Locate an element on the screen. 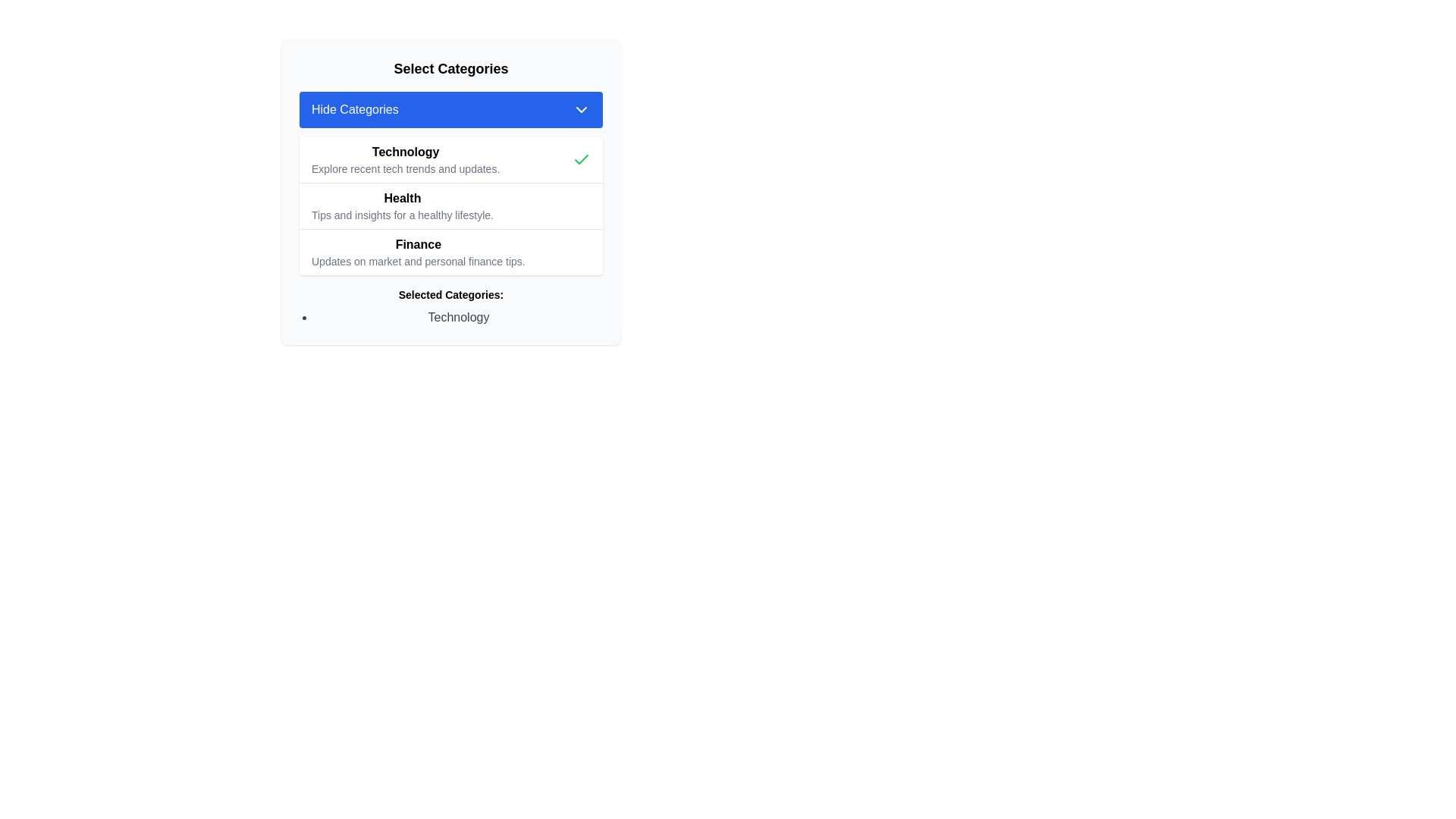 The width and height of the screenshot is (1456, 819). the checkmark icon, which is an SVG graphic element with a green stroke color, located in the right section of the 'Technology' category item is located at coordinates (581, 159).